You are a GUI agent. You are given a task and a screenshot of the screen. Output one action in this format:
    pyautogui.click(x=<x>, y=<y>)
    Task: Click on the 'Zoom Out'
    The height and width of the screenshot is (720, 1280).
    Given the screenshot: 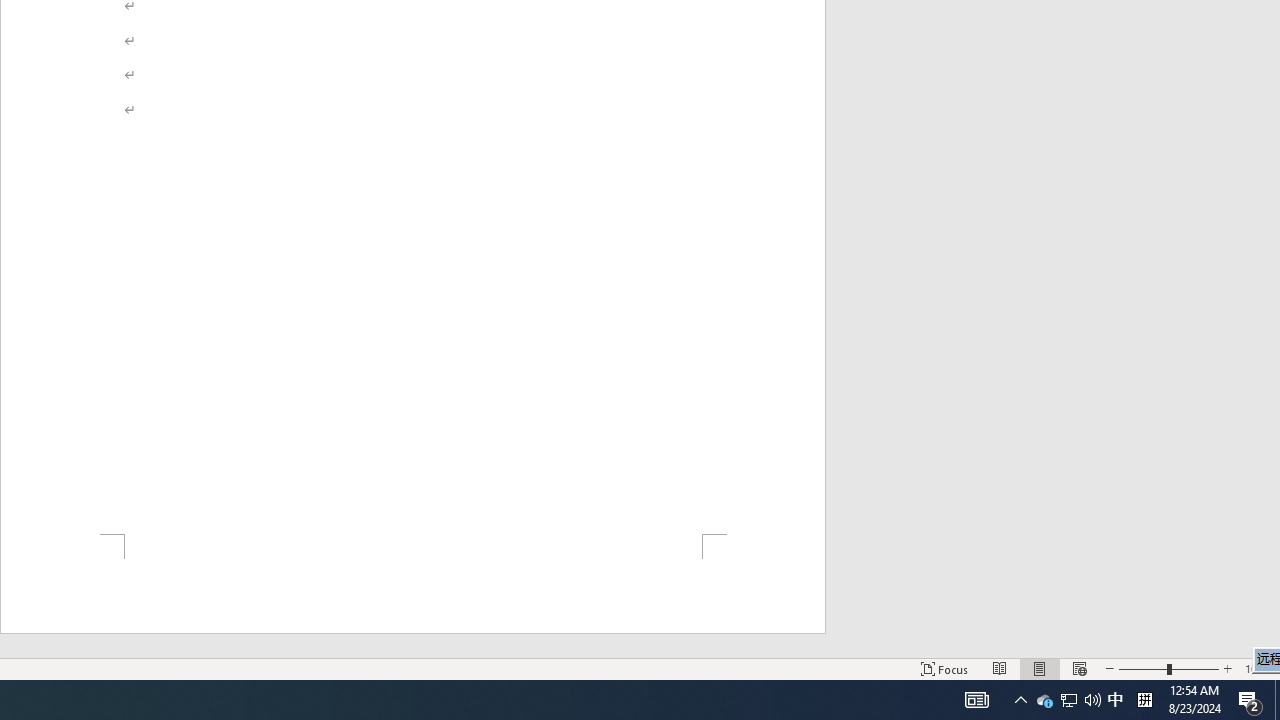 What is the action you would take?
    pyautogui.click(x=1143, y=669)
    